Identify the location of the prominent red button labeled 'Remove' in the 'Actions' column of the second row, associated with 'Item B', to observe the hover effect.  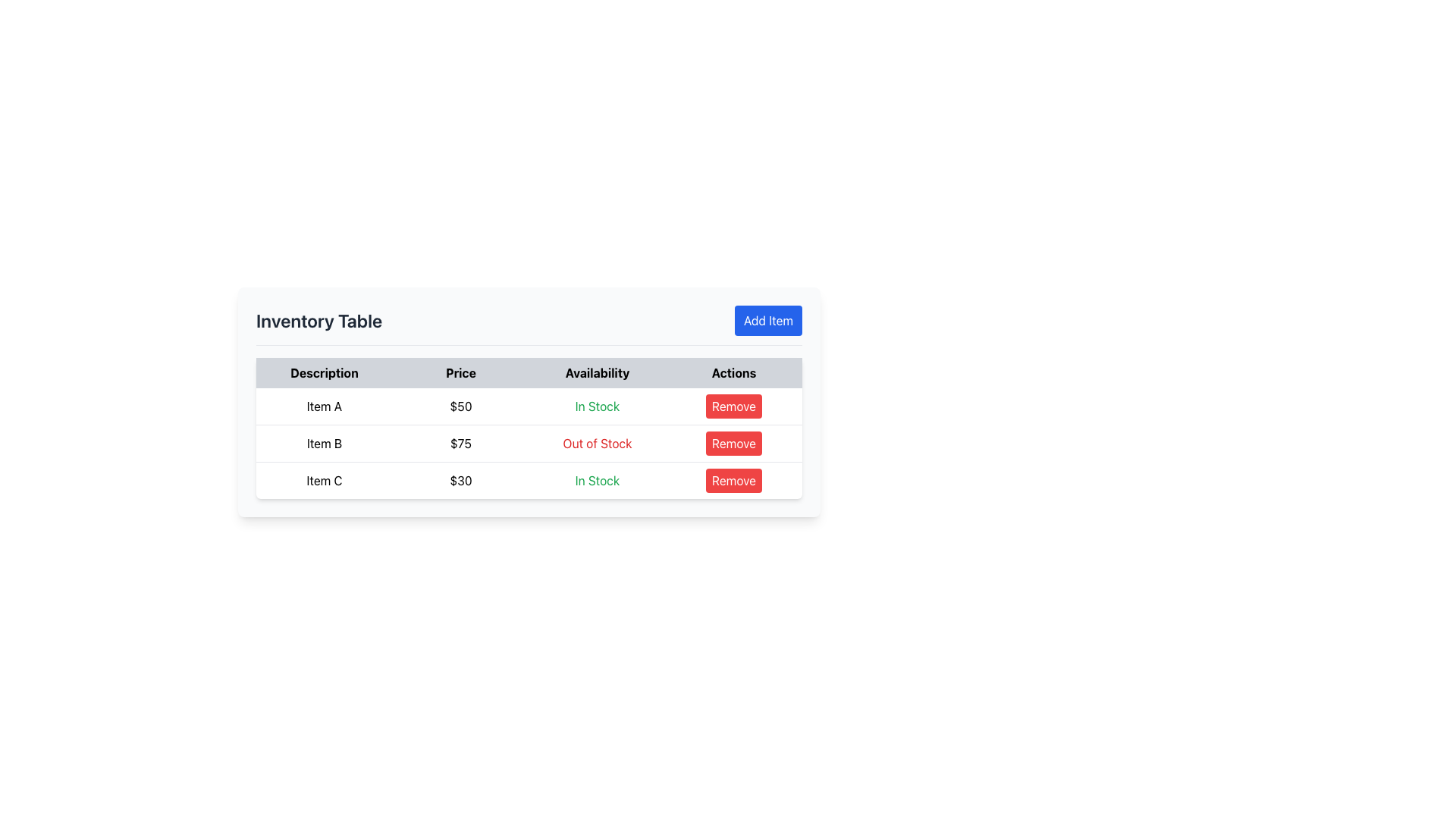
(734, 444).